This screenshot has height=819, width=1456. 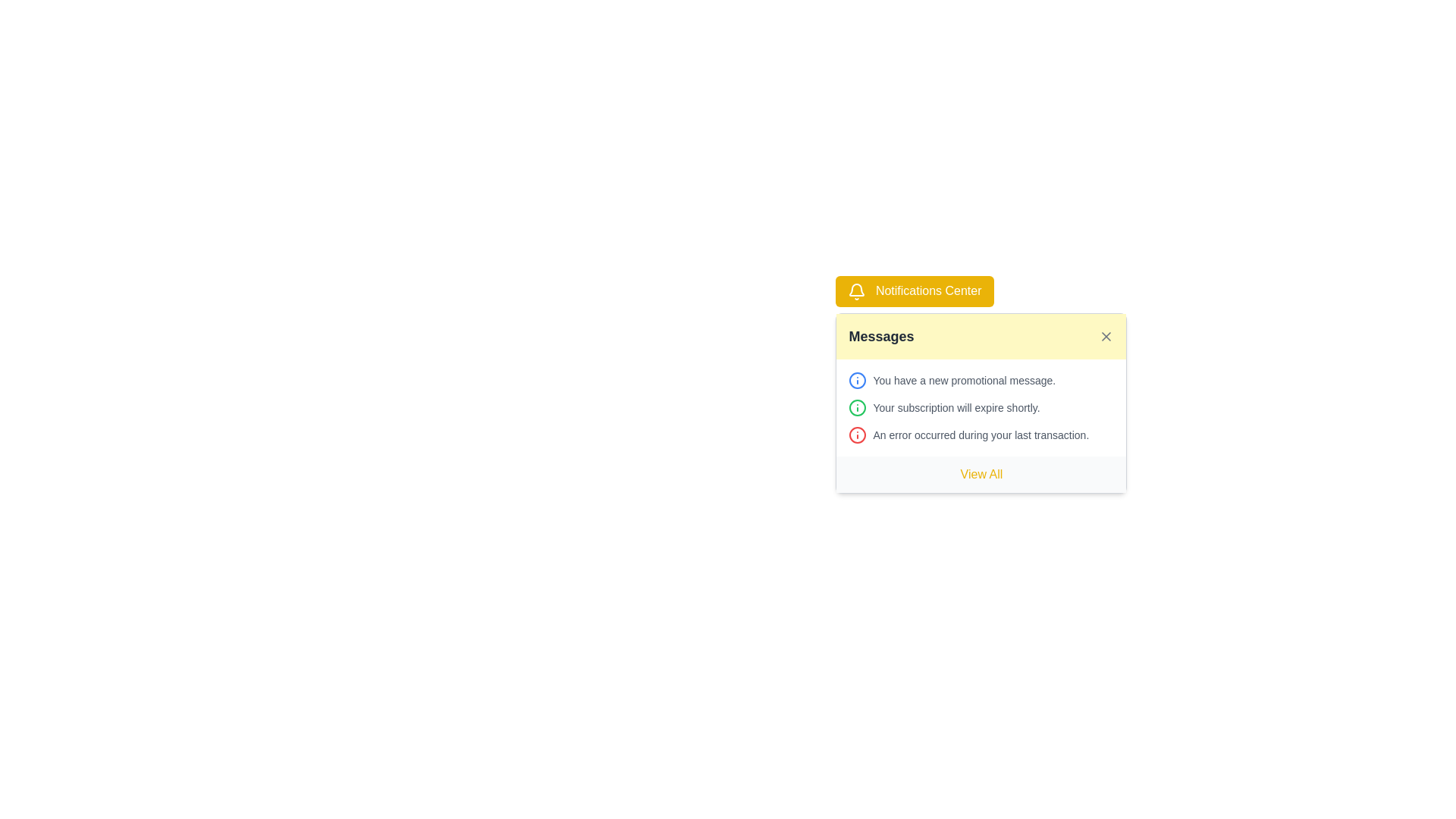 What do you see at coordinates (1106, 335) in the screenshot?
I see `the close button, which is a gray cross icon located at the top-right corner of the notification panel` at bounding box center [1106, 335].